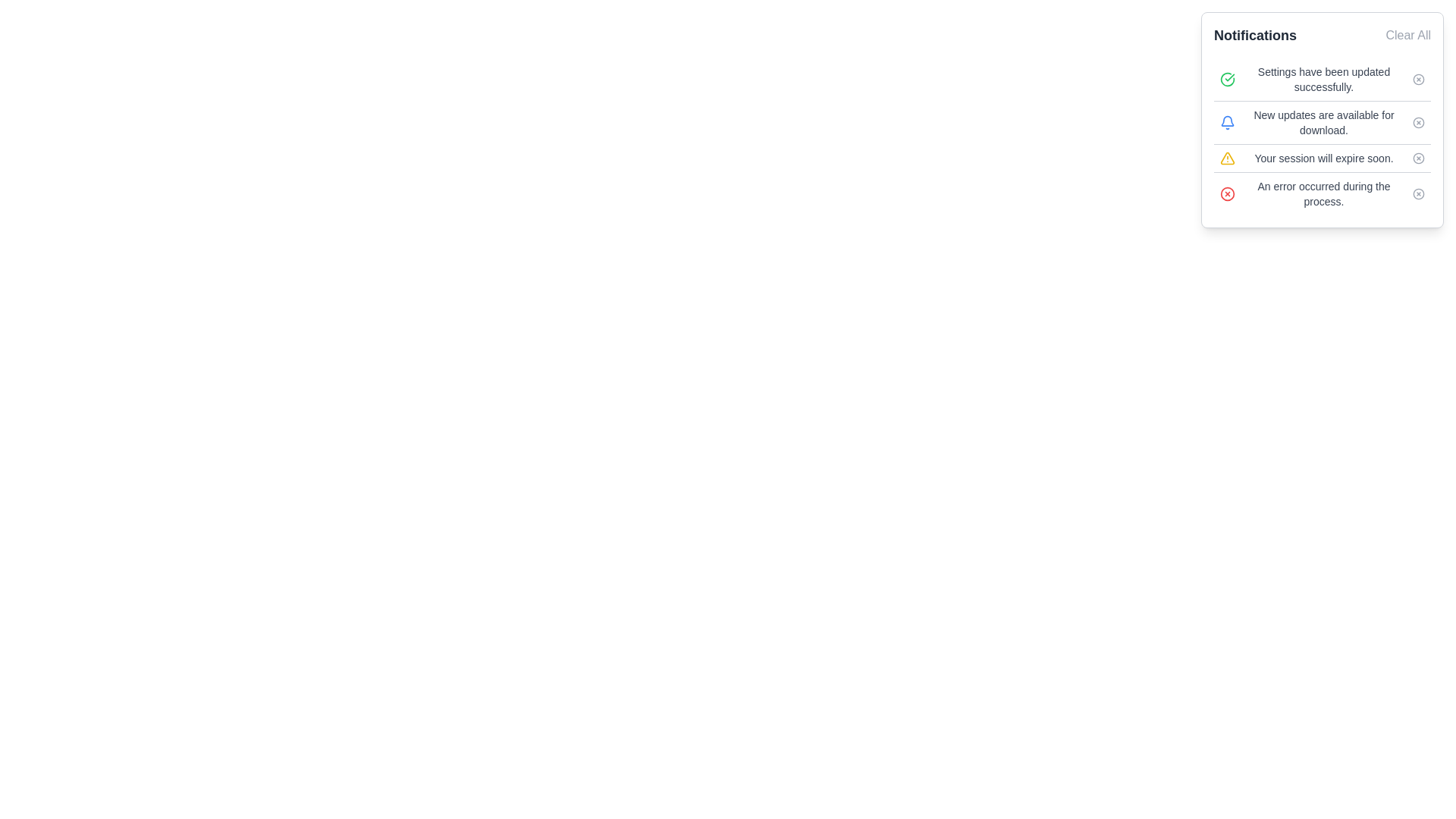 The width and height of the screenshot is (1456, 819). I want to click on the close button located at the far right of the last notification message that states 'An error occurred during the process.', so click(1418, 193).